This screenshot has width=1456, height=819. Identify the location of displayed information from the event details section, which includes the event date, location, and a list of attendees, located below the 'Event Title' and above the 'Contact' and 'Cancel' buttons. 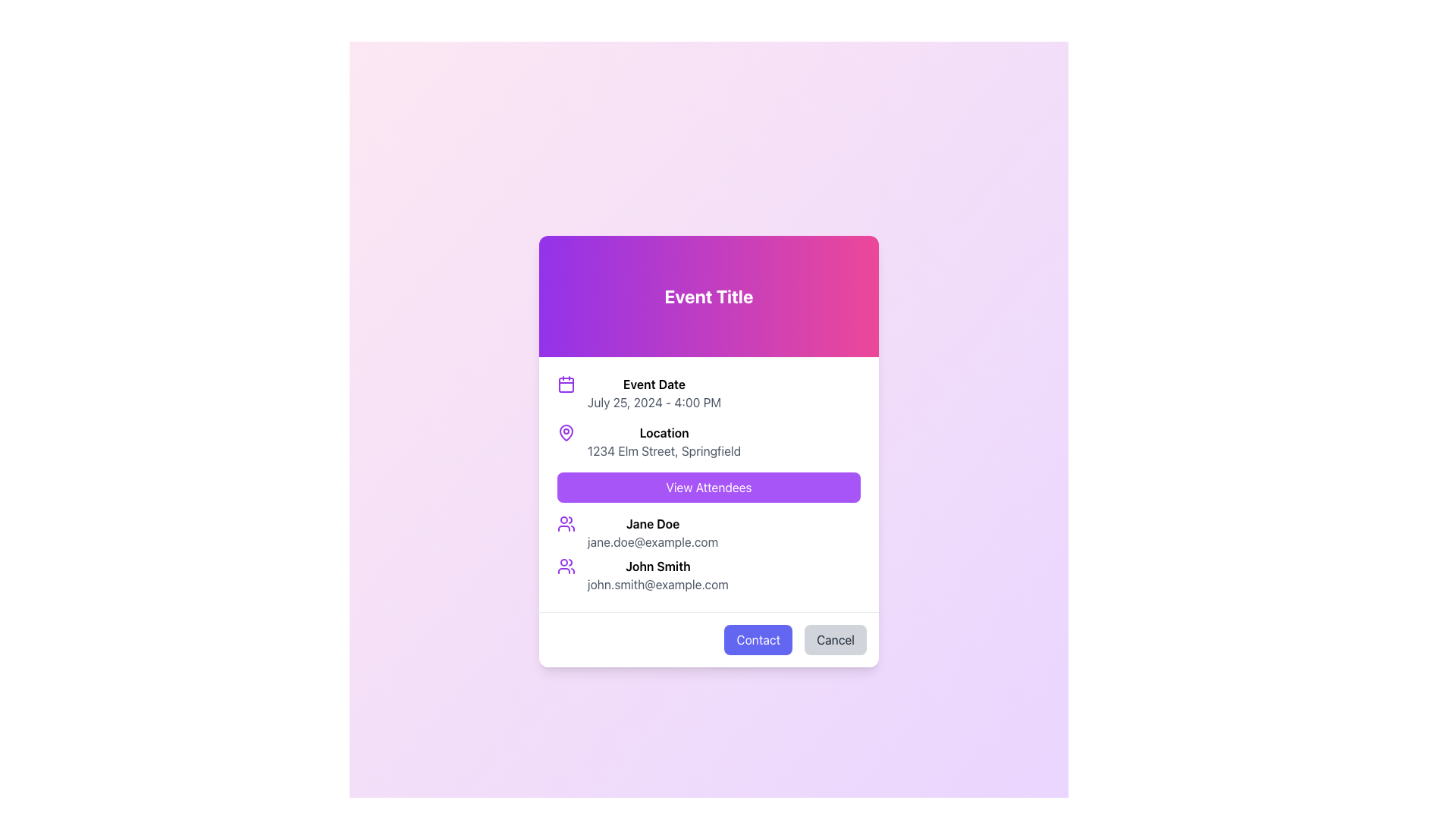
(708, 484).